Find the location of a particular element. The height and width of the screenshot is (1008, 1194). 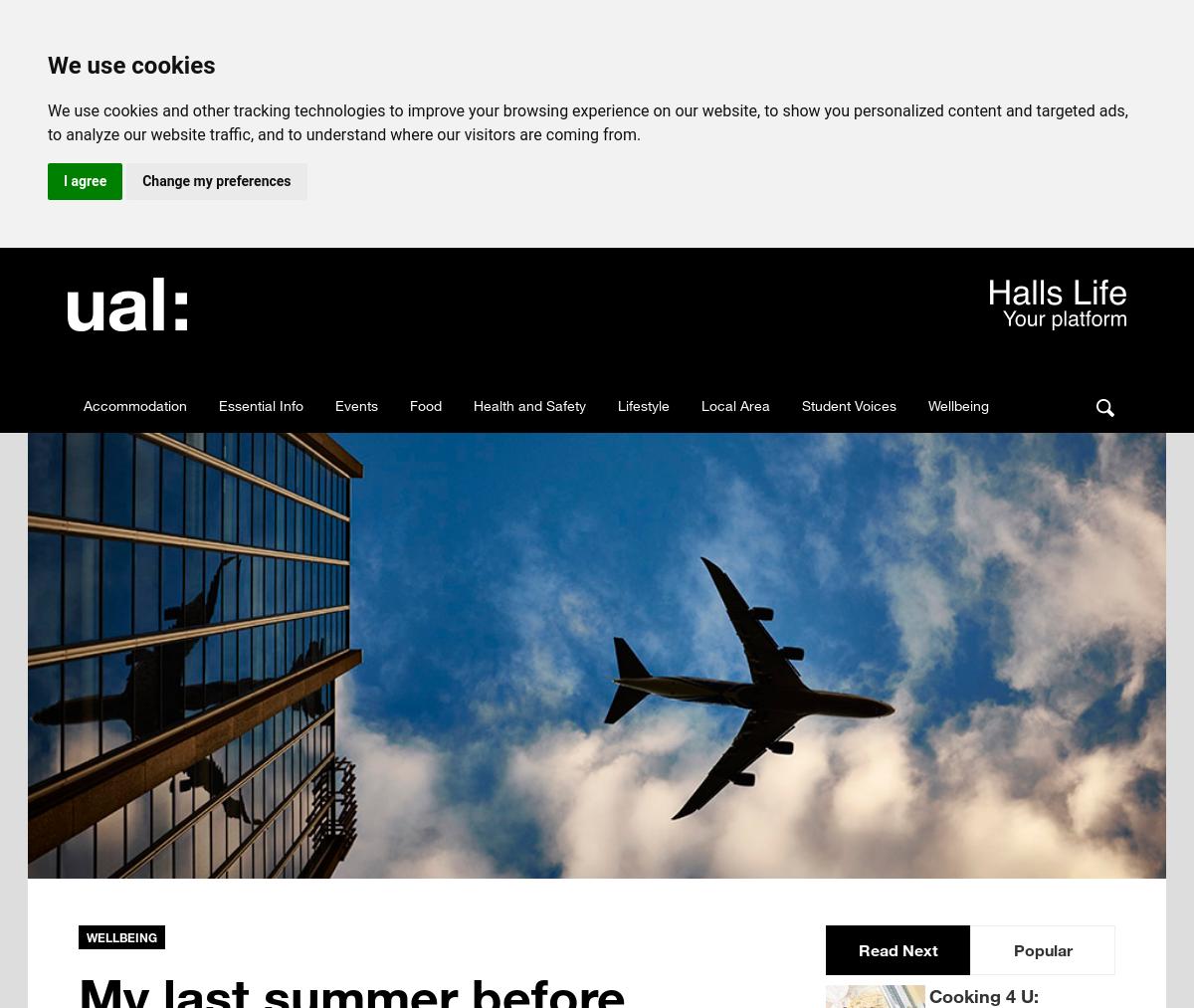

'Food' is located at coordinates (426, 404).